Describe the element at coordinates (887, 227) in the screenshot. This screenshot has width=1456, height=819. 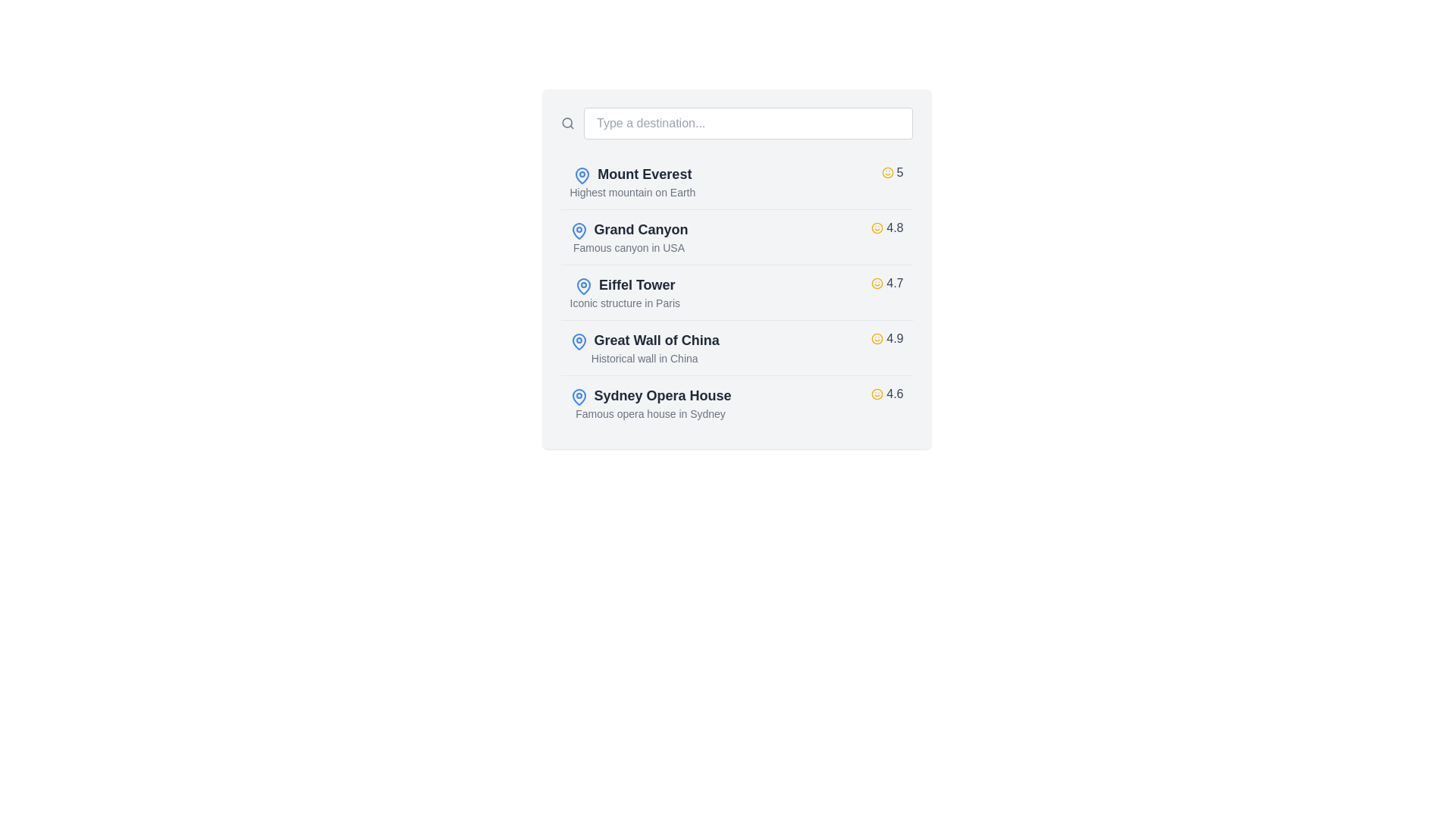
I see `numeric rating value '4.8' displayed next to the yellow smiley face icon in the Rating Indicator located in the second row, aligned with 'Grand Canyon'` at that location.